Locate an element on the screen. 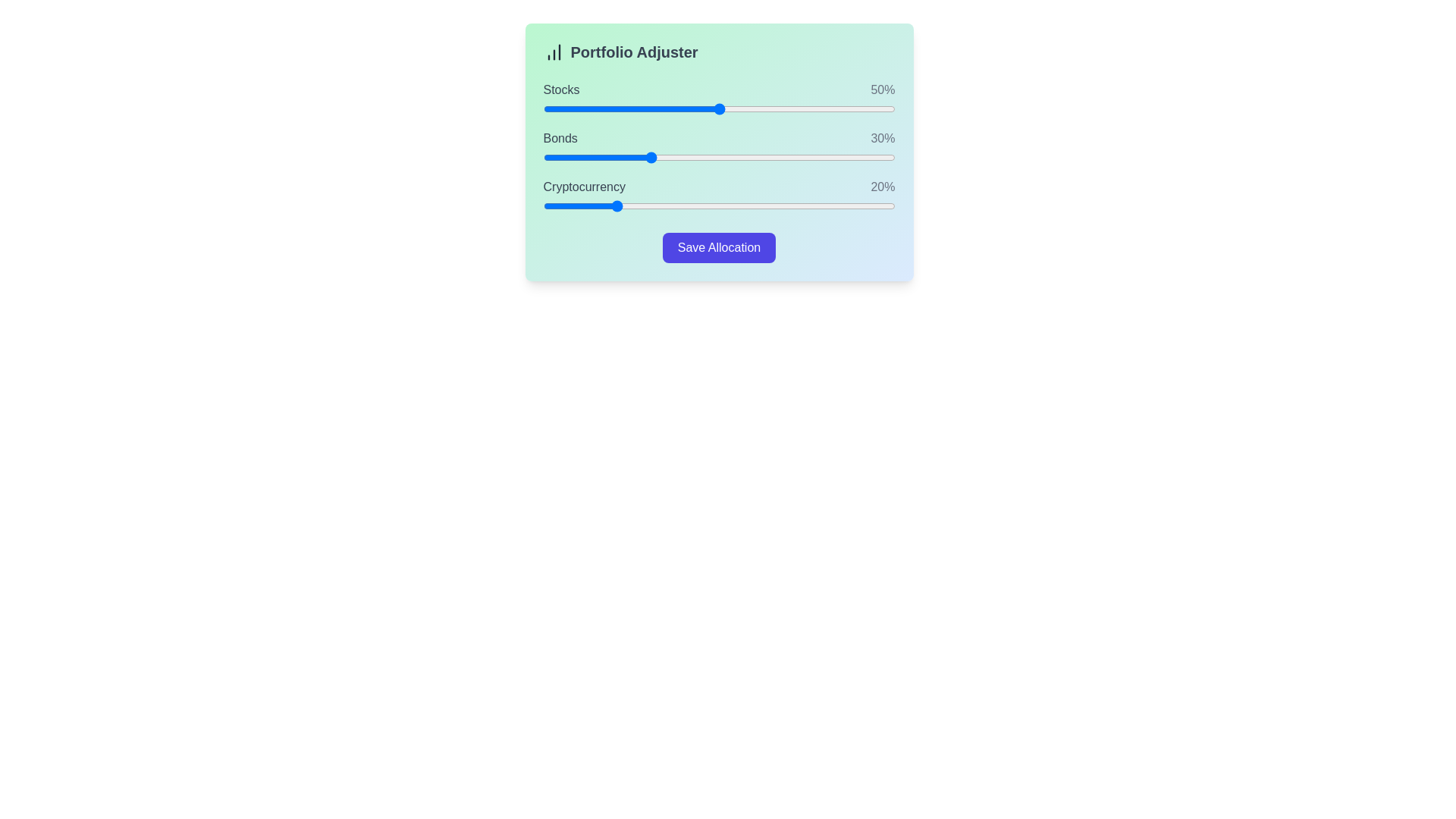 The width and height of the screenshot is (1456, 819). the 'Save Allocation' button to save the changes made to the portfolio is located at coordinates (718, 247).